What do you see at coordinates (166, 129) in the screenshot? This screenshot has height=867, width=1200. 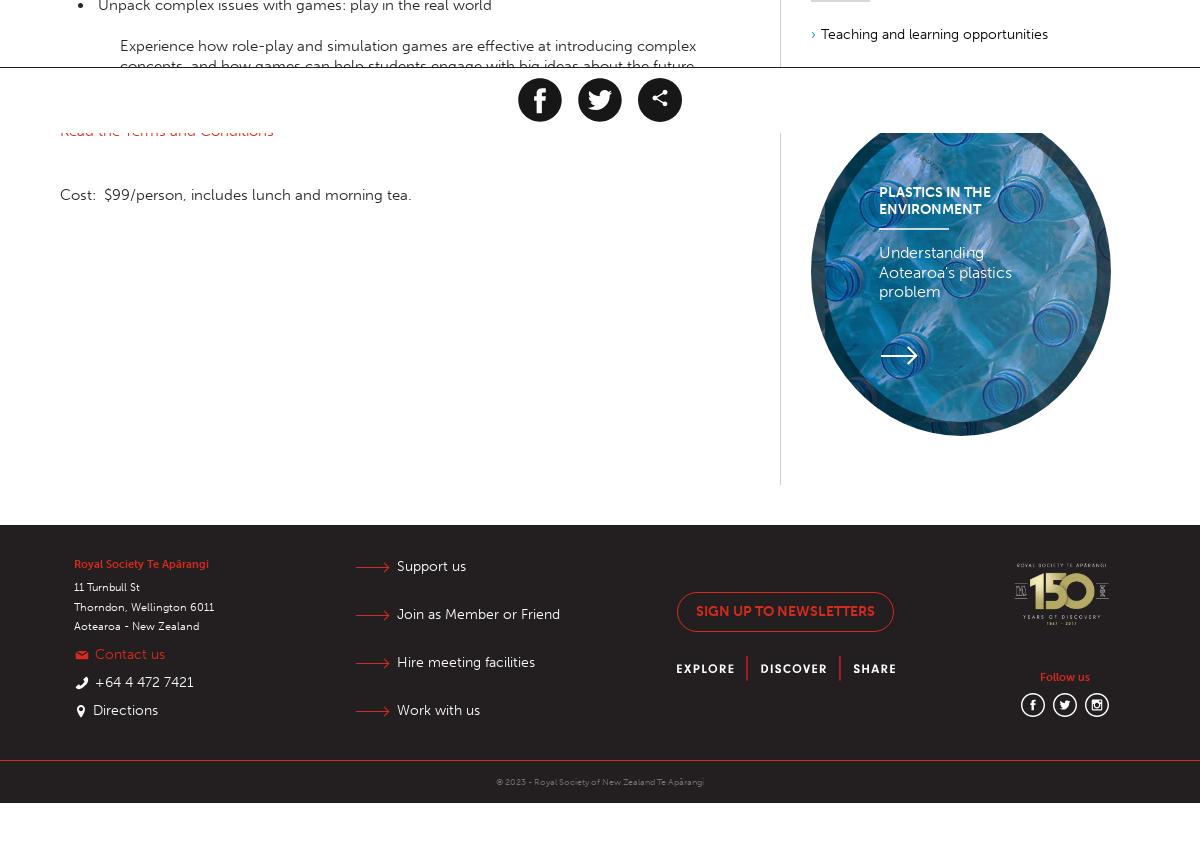 I see `'Read the Terms and Conditions'` at bounding box center [166, 129].